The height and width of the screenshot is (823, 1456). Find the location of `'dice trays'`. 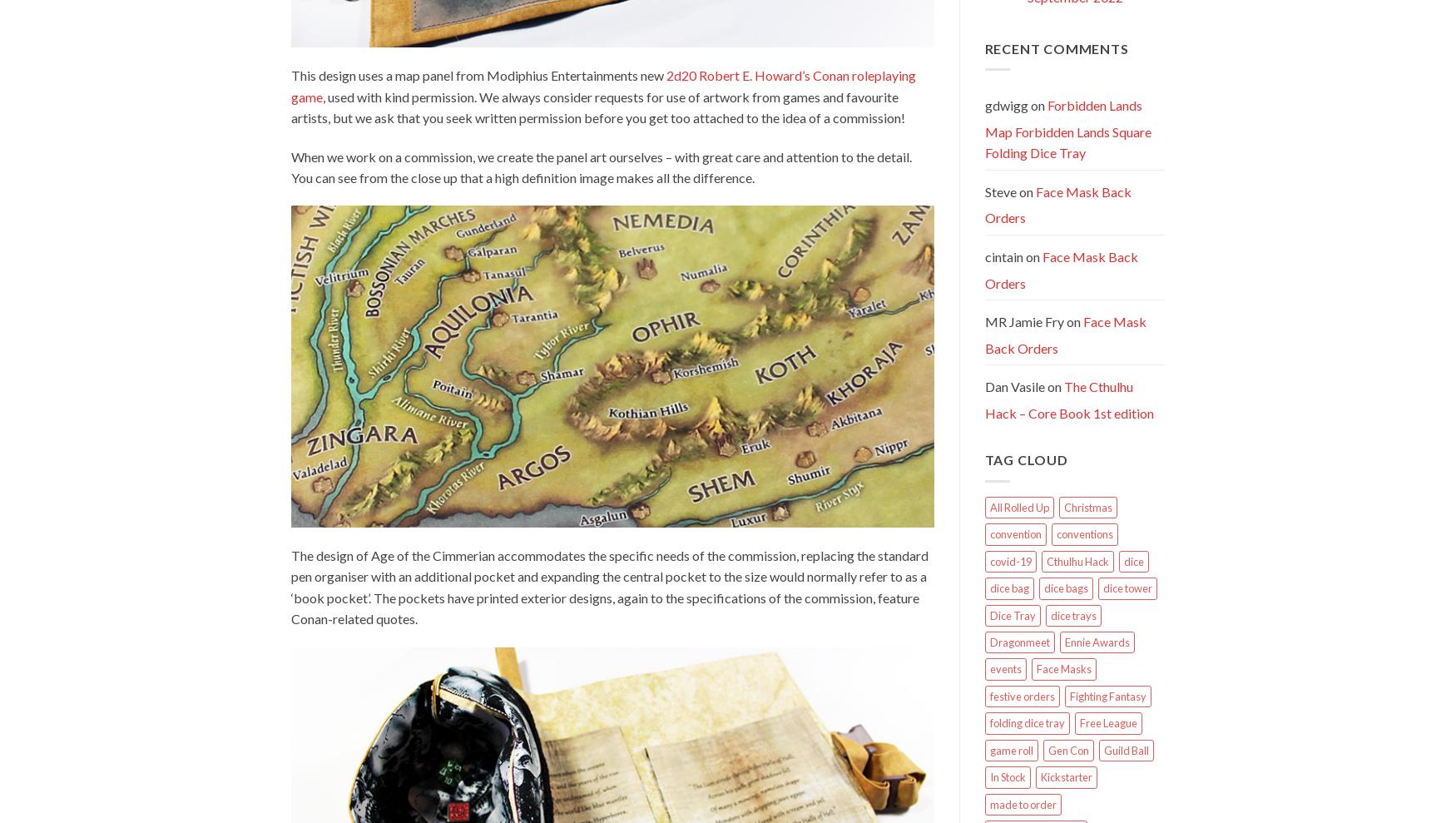

'dice trays' is located at coordinates (1072, 614).